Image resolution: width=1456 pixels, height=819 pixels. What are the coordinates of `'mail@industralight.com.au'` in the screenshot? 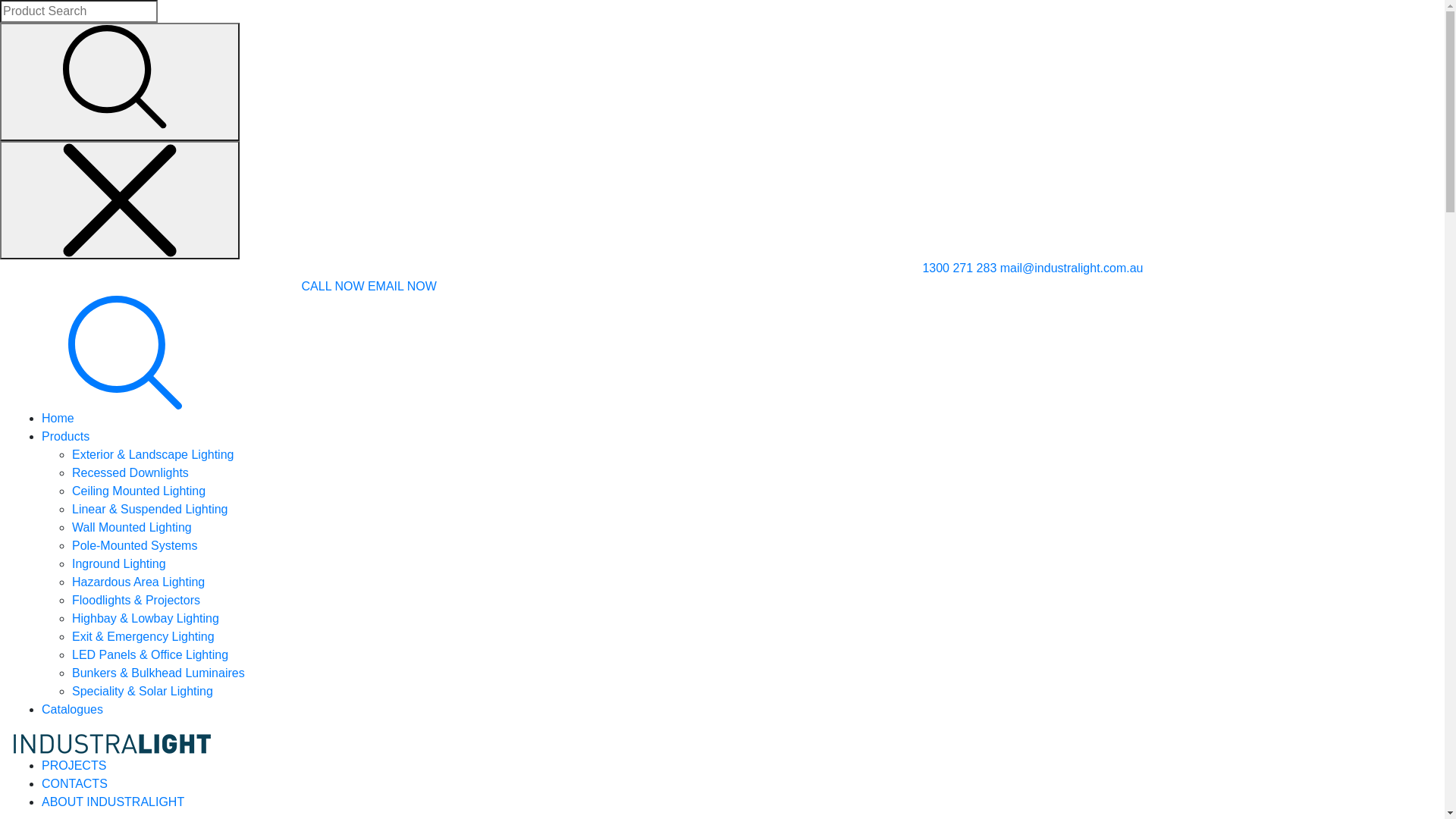 It's located at (1000, 267).